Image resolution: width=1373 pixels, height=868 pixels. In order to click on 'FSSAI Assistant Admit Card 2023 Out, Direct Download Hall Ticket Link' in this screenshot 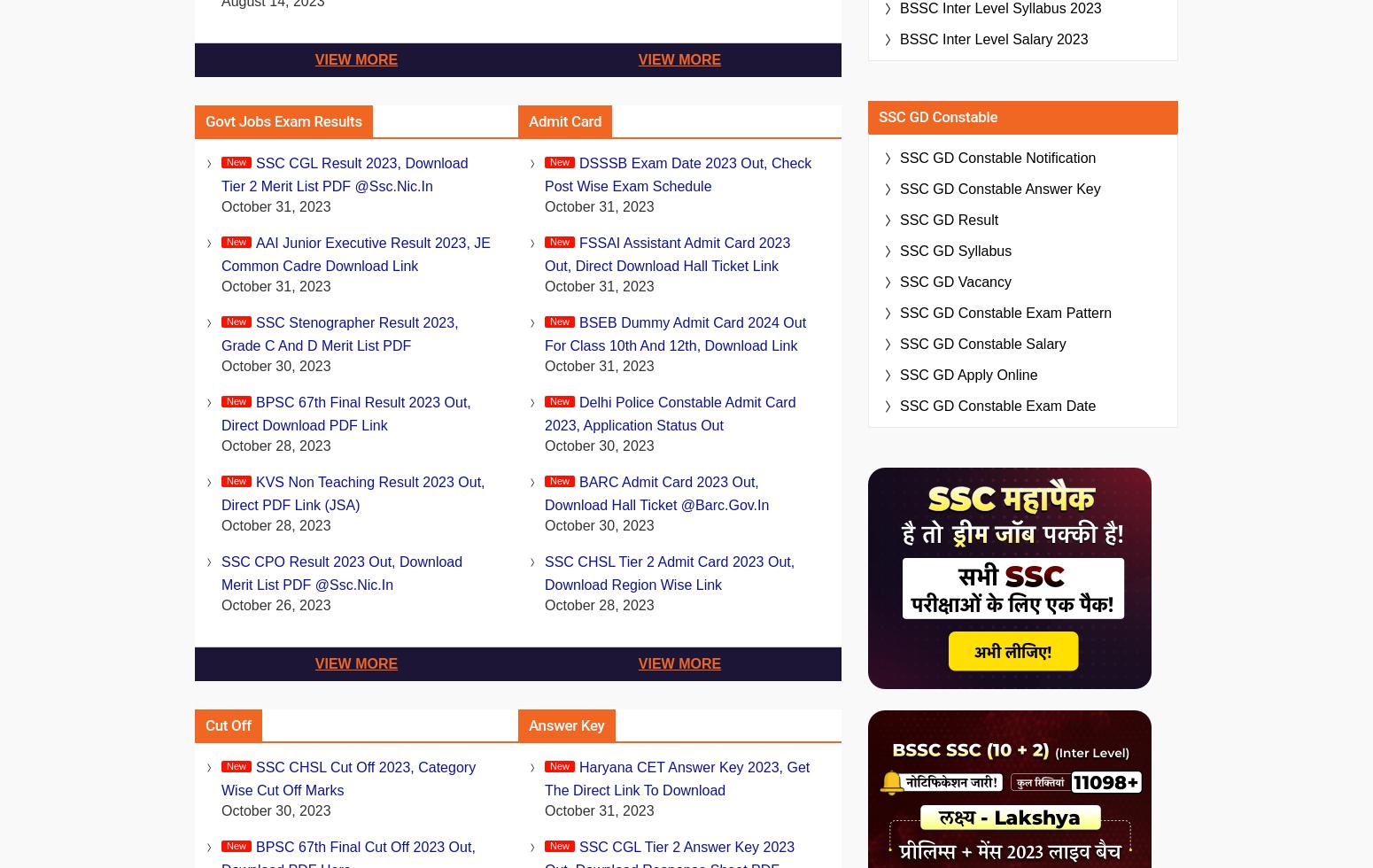, I will do `click(667, 254)`.